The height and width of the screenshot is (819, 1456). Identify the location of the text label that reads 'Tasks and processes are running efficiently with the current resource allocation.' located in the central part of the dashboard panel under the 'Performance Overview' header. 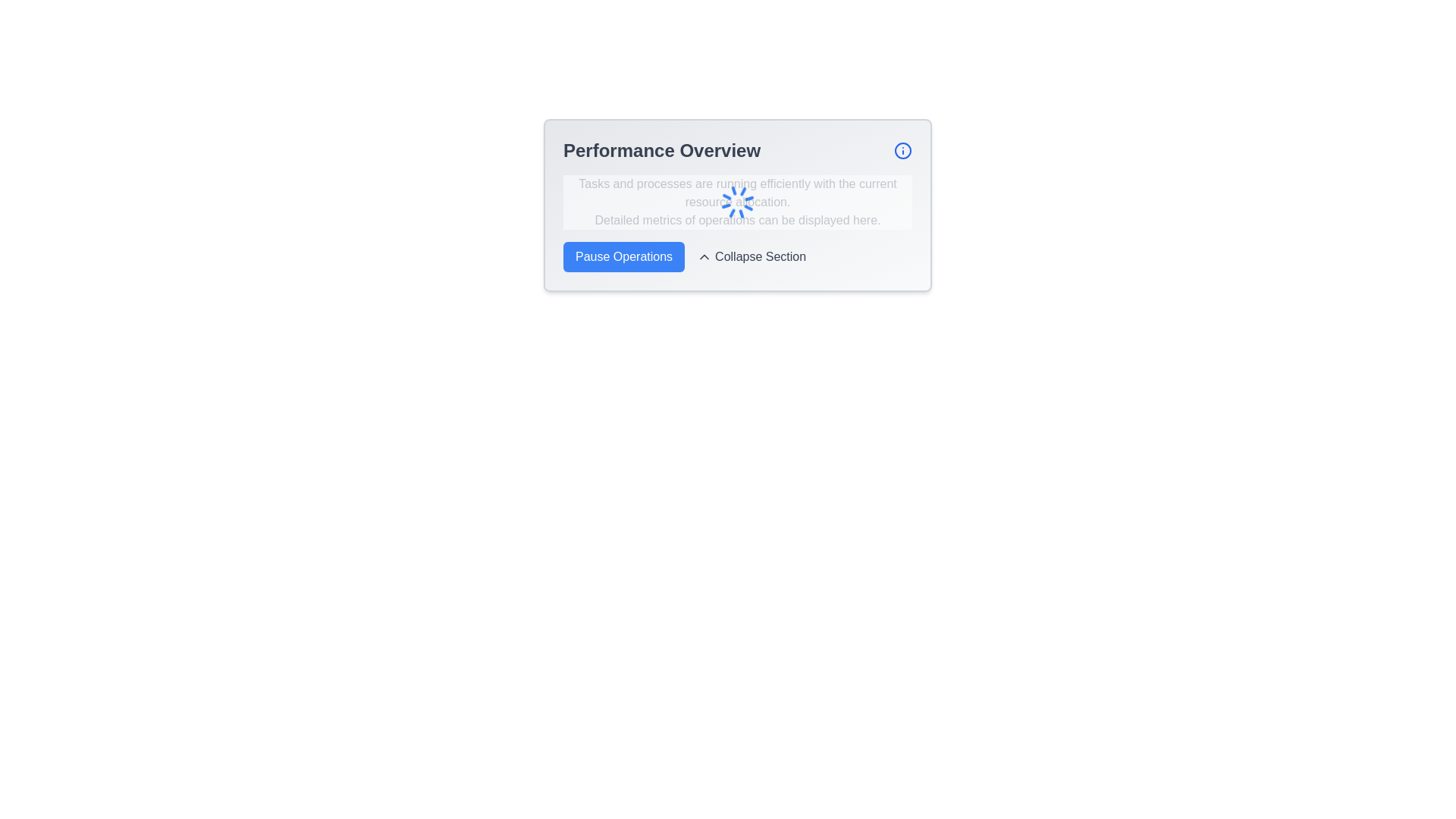
(738, 192).